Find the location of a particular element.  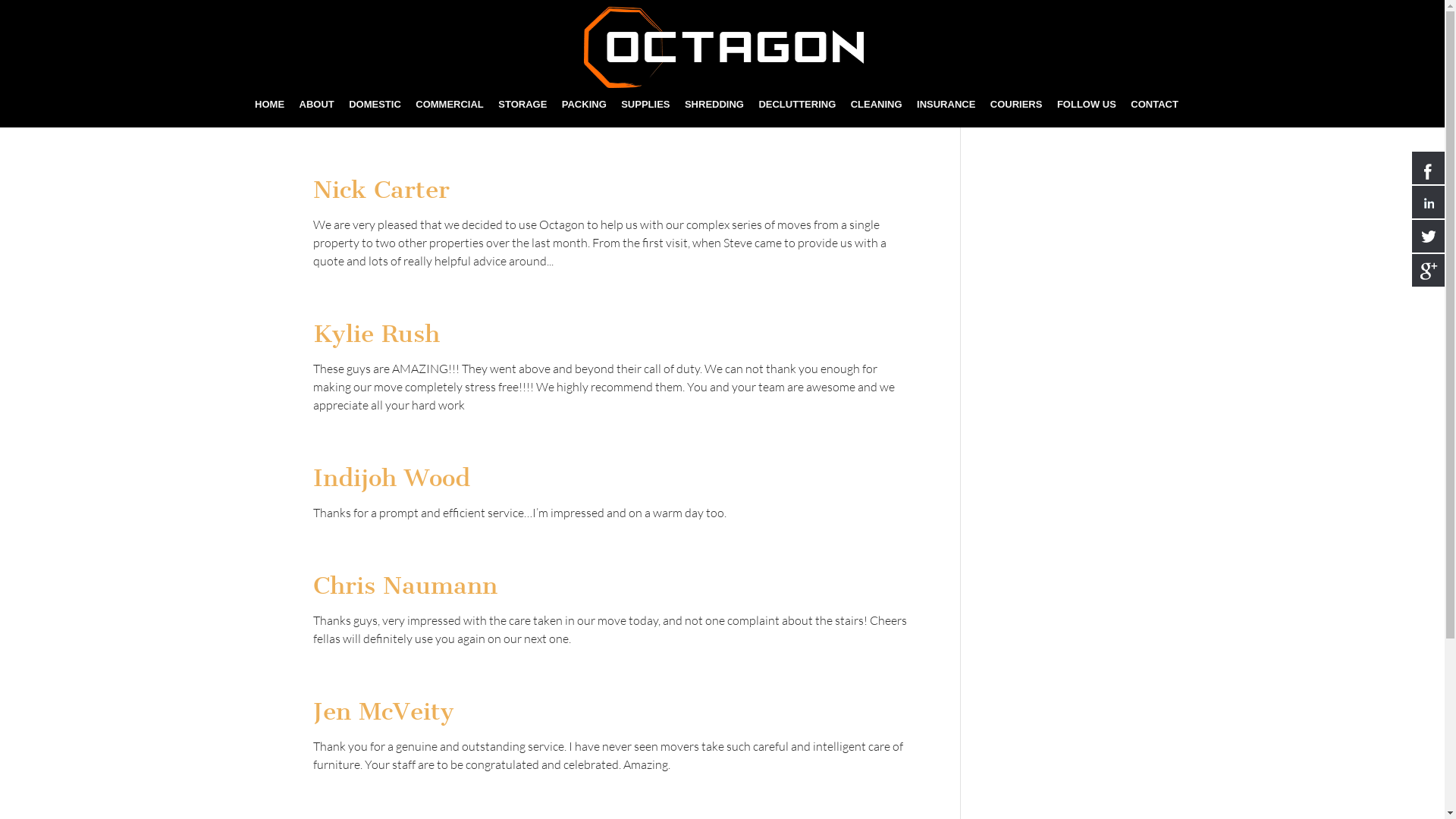

'ABOUT' is located at coordinates (315, 112).